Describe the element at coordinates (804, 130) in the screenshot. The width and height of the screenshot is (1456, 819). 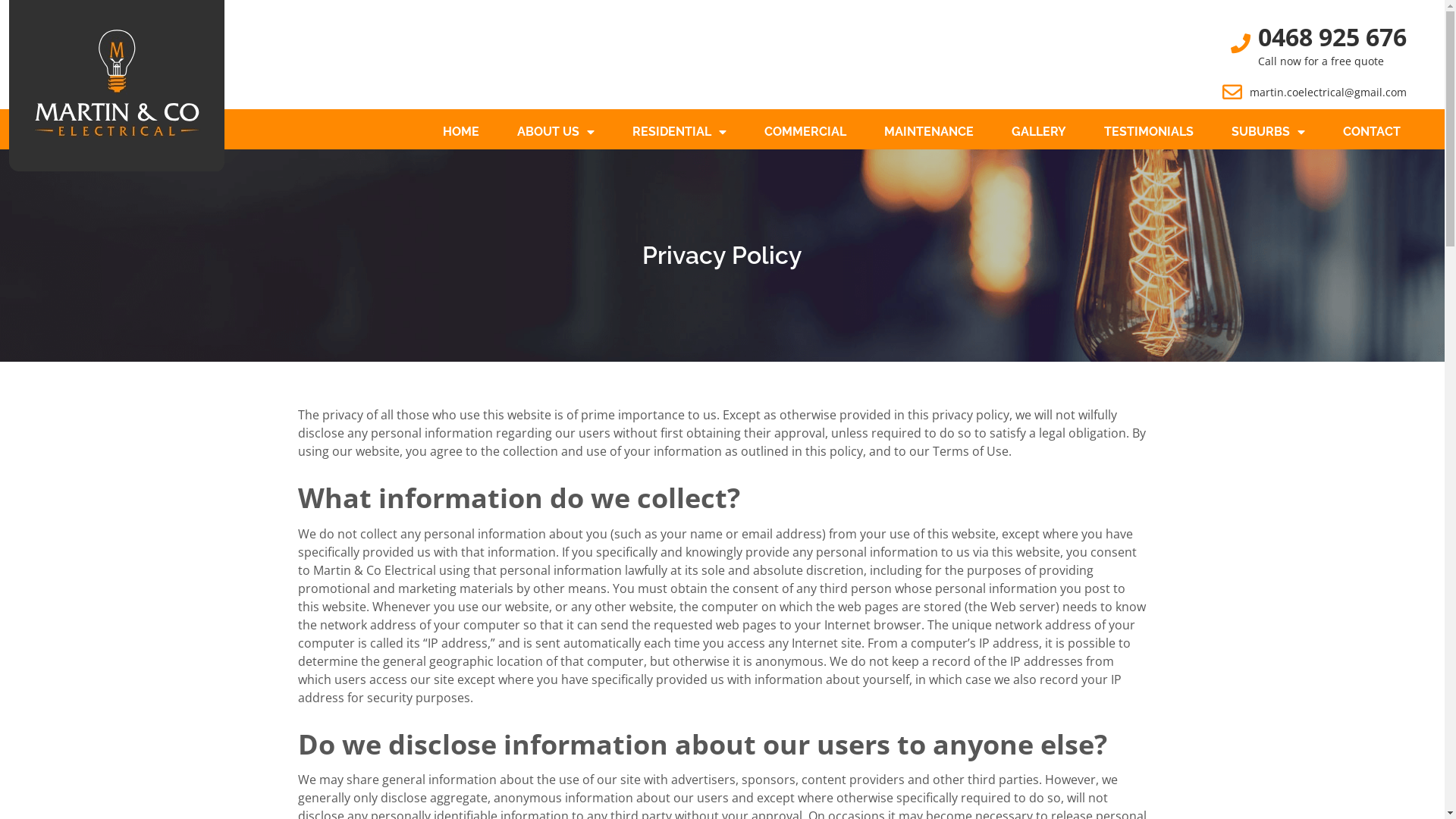
I see `'COMMERCIAL'` at that location.